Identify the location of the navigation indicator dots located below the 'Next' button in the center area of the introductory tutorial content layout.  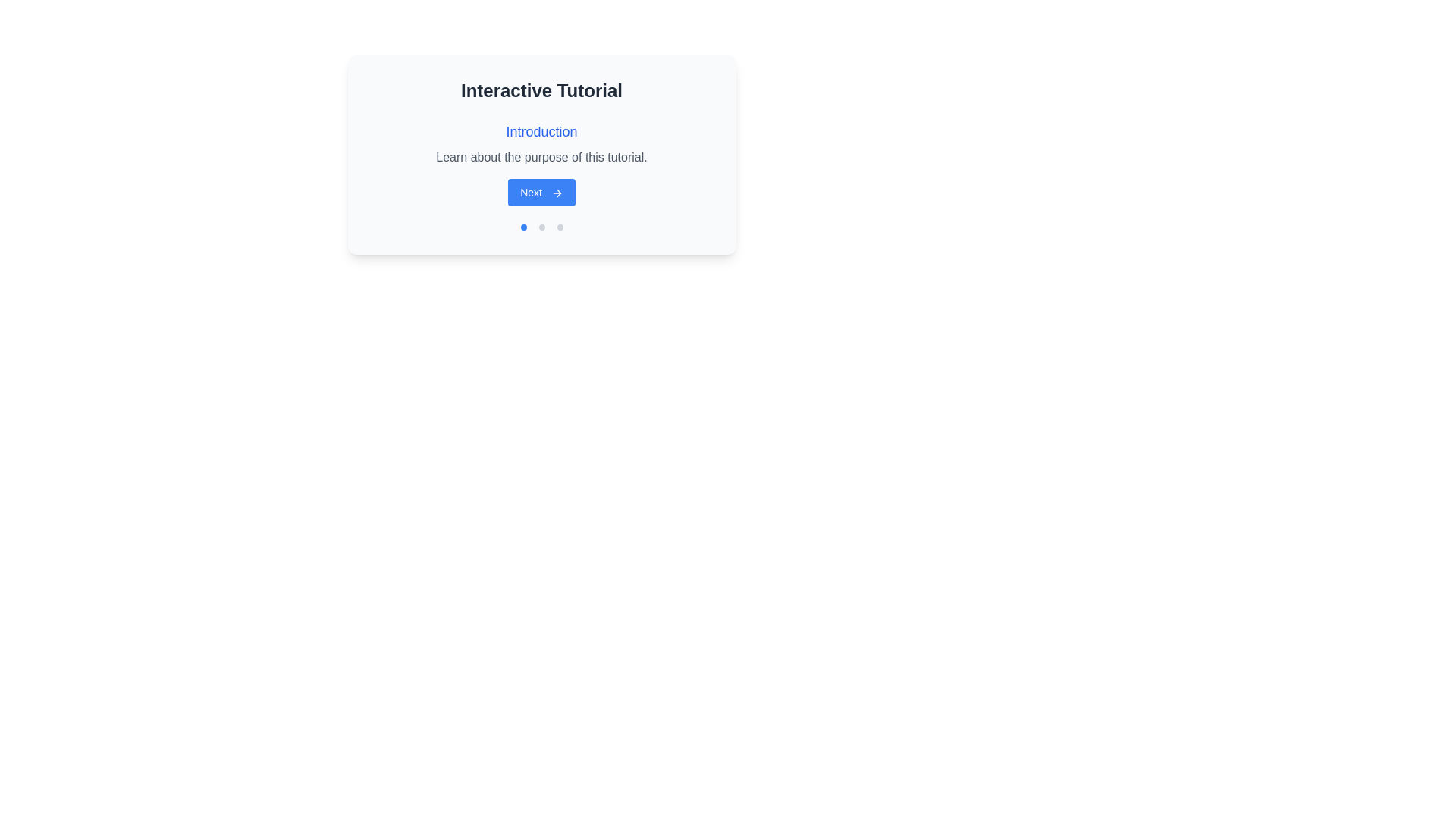
(541, 227).